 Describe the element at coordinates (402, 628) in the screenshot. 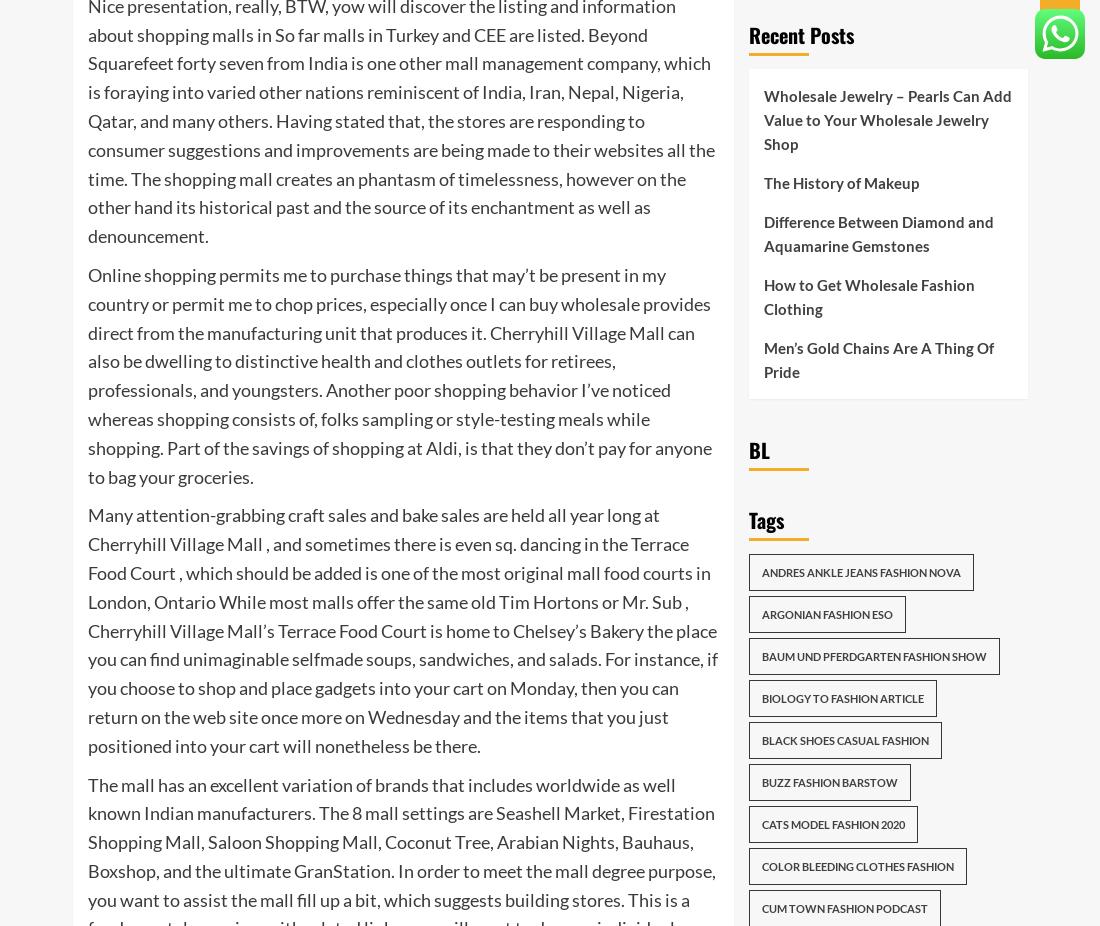

I see `'Many attention-grabbing craft sales and bake sales are held all year long at Cherryhill Village Mall , and sometimes there is even sq. dancing in the Terrace Food Court , which should be added is one of the most original mall food courts in London, Ontario While most malls offer the same old Tim Hortons or Mr. Sub , Cherryhill Village Mall’s Terrace Food Court is home to Chelsey’s Bakery the place you can find unimaginable selfmade soups, sandwiches, and salads. For instance, if you choose to shop and place gadgets into your cart on Monday, then you can return on the web site once more on Wednesday and the items that you just positioned into your cart will nonetheless be there.'` at that location.